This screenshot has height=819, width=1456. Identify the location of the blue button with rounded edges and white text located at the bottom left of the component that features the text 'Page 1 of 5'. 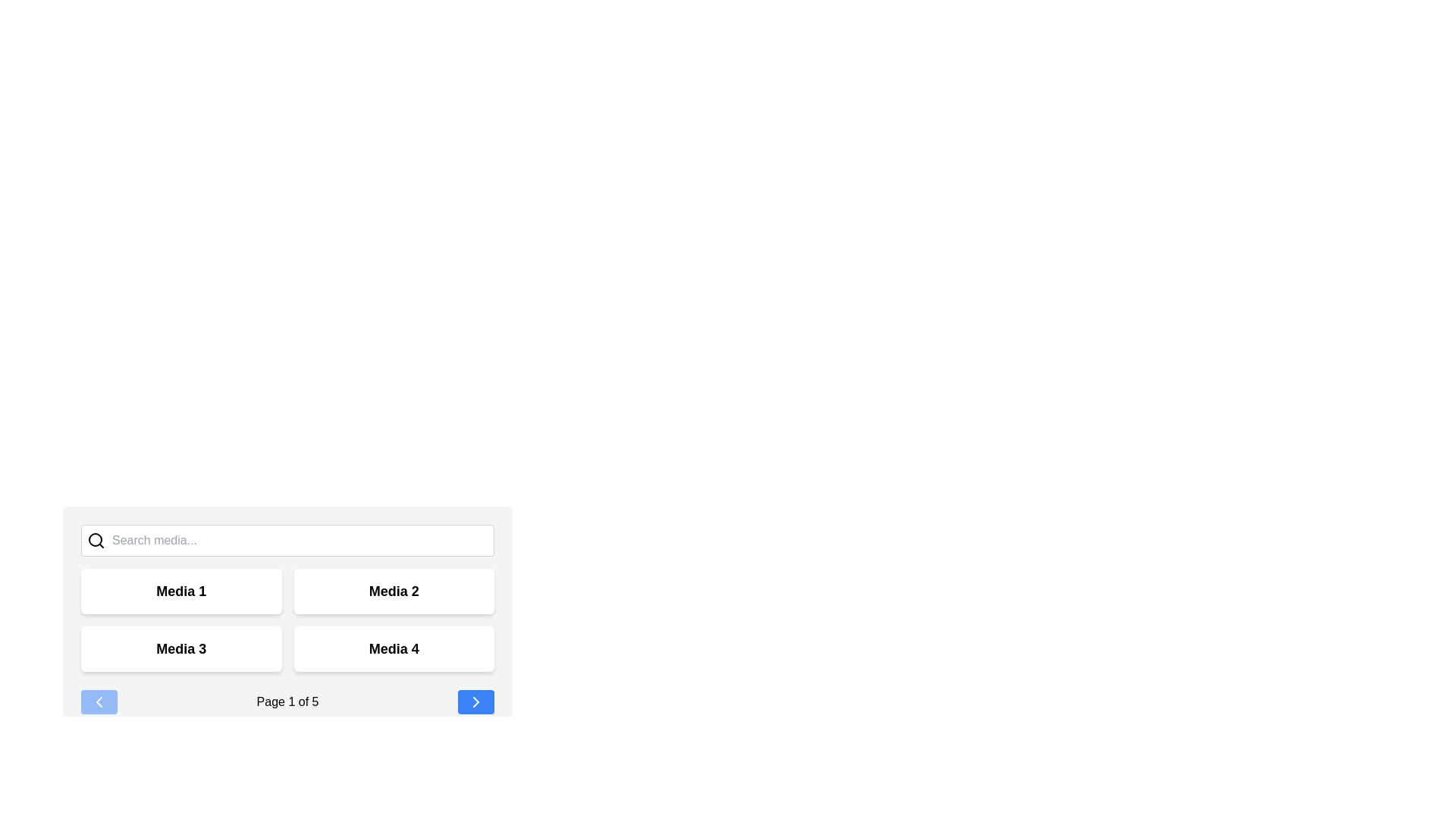
(98, 701).